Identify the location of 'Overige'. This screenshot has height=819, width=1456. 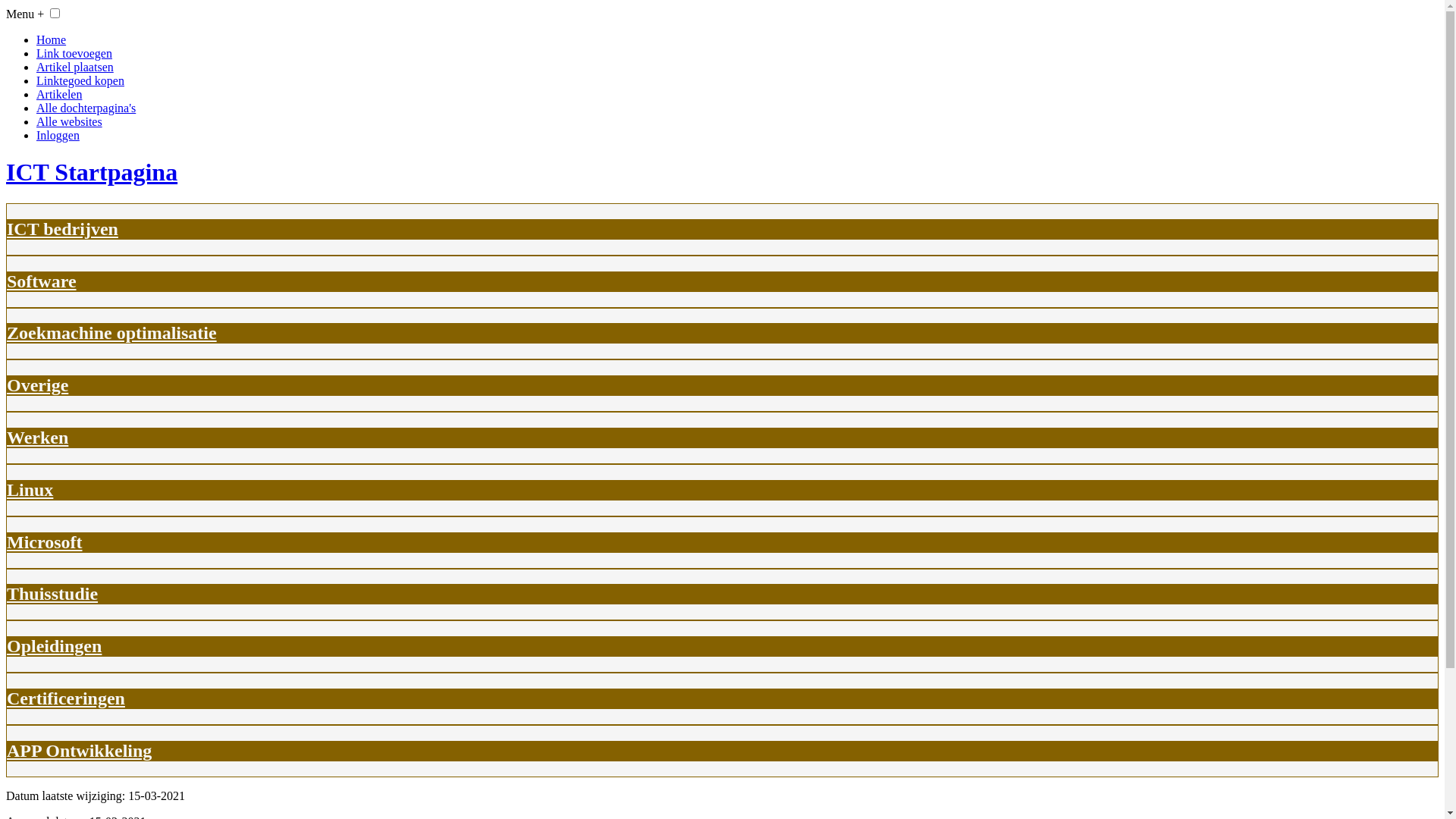
(37, 384).